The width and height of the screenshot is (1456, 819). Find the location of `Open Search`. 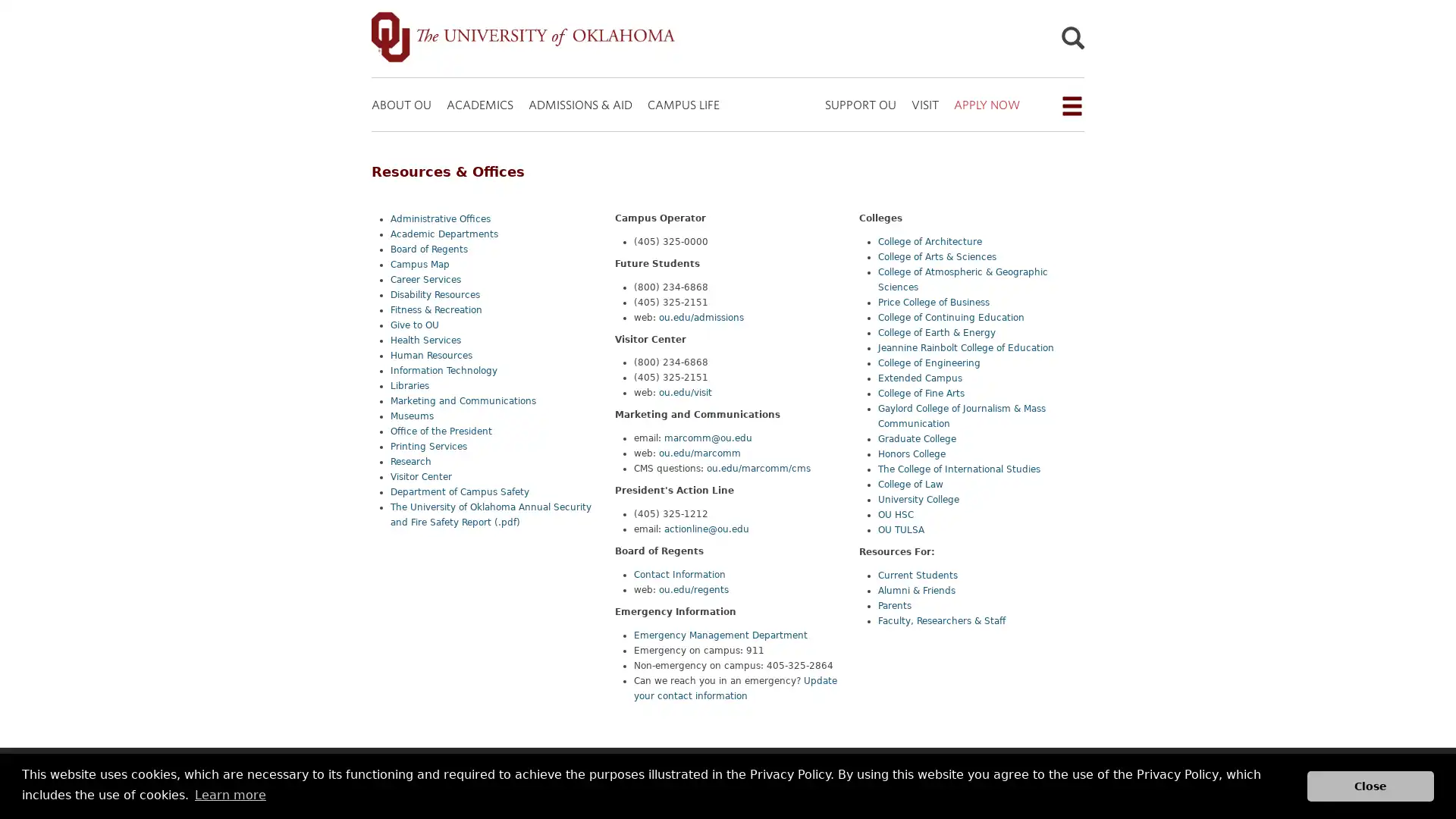

Open Search is located at coordinates (1072, 40).